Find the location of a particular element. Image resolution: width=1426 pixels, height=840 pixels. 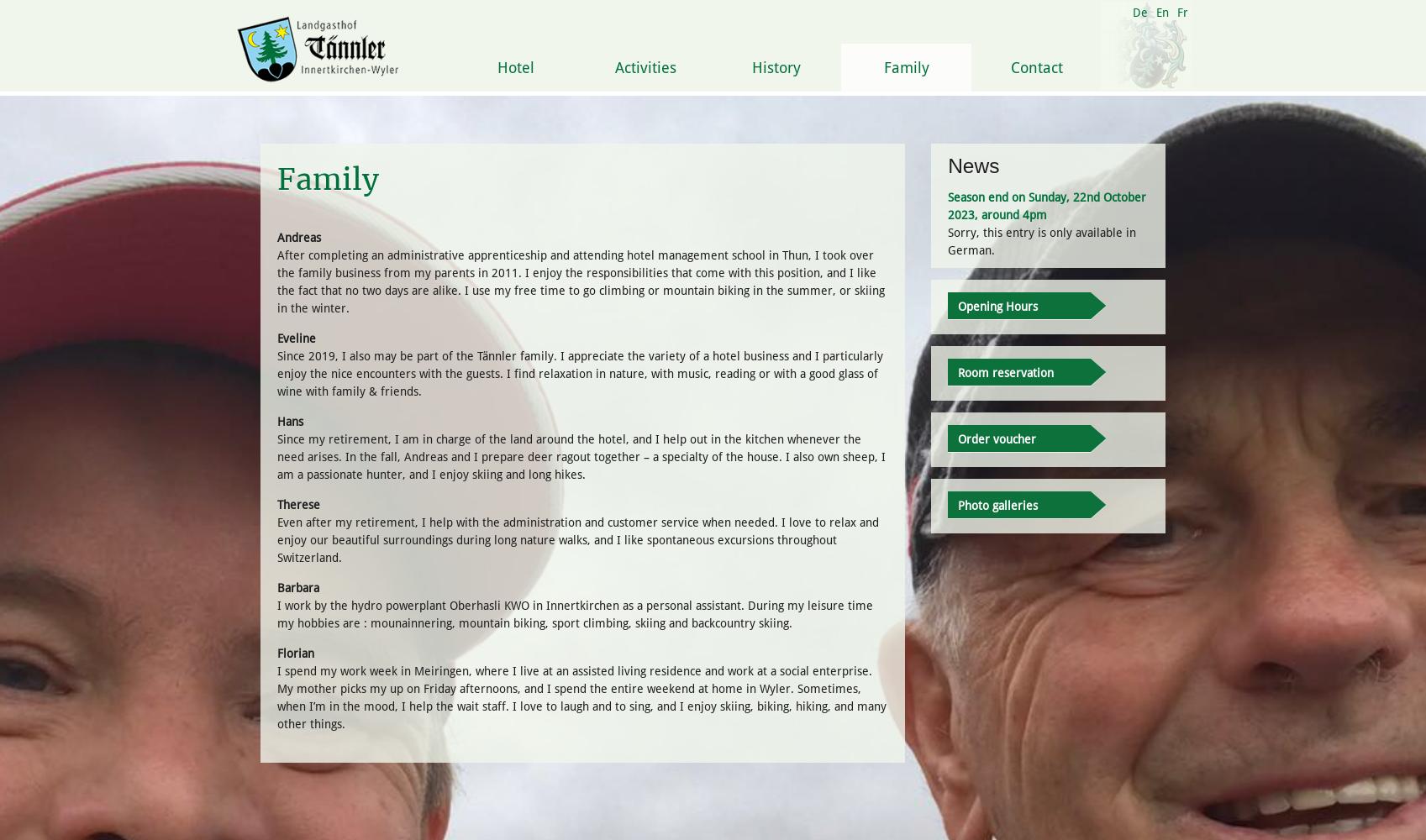

'Hans' is located at coordinates (289, 421).